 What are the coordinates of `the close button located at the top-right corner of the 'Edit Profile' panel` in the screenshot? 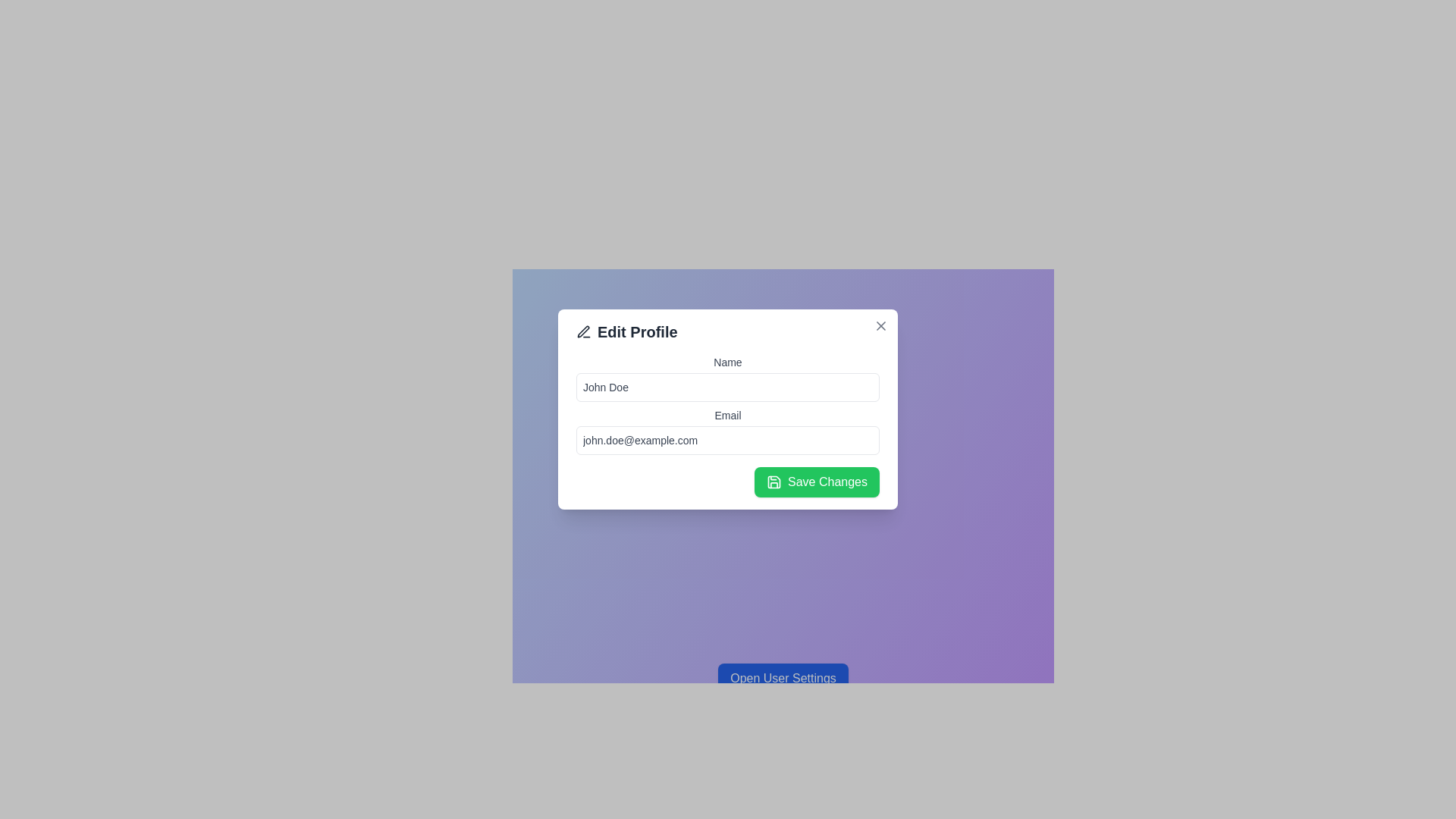 It's located at (880, 325).